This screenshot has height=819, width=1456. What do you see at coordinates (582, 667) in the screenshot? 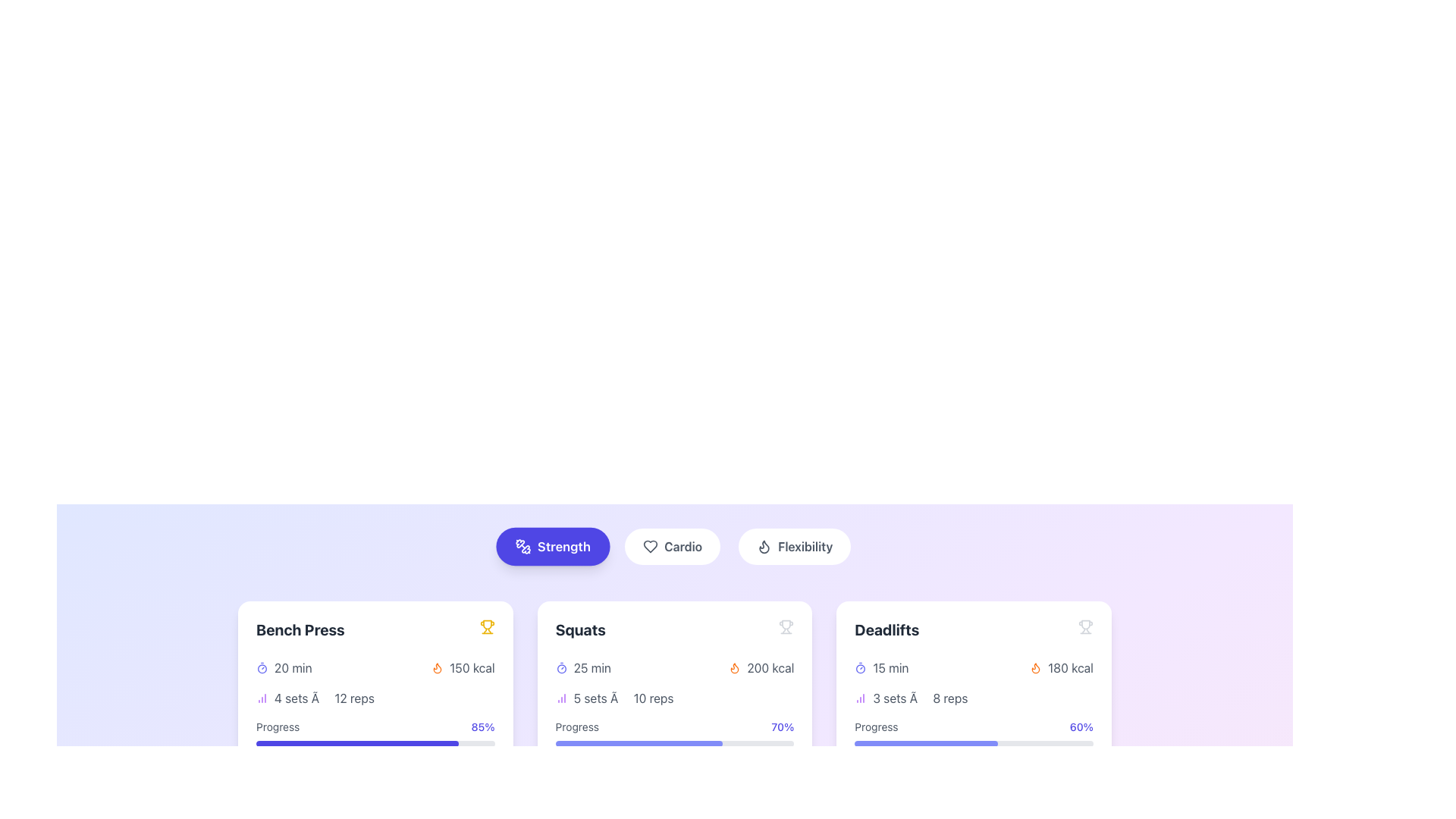
I see `the text label displaying '25 min' with a clock icon, located in the 'Squats' card, just below the title 'Squats'` at bounding box center [582, 667].